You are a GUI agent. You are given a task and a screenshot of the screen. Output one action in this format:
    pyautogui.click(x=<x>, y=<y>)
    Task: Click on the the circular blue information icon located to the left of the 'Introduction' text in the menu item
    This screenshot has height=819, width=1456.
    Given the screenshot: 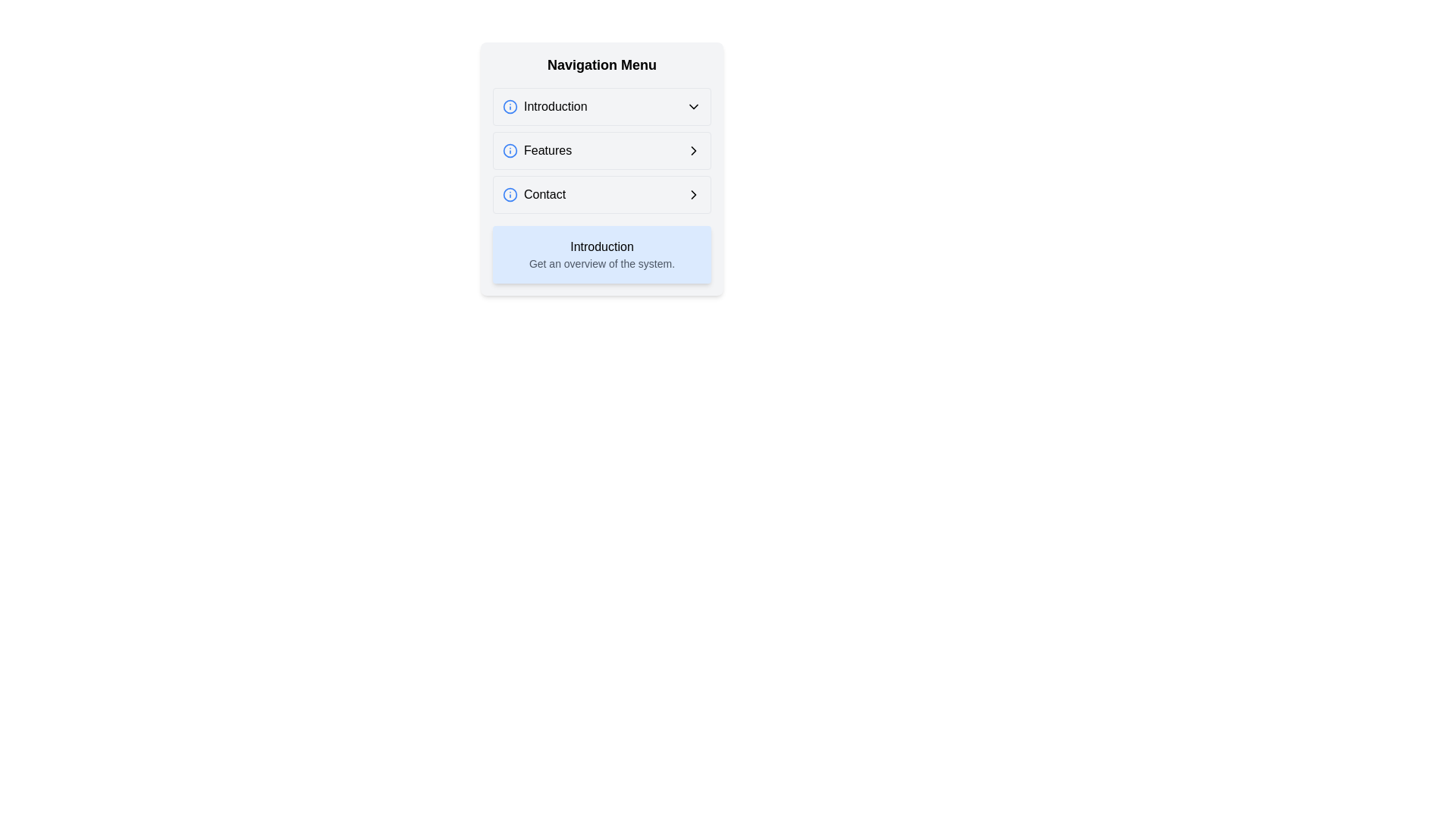 What is the action you would take?
    pyautogui.click(x=510, y=106)
    